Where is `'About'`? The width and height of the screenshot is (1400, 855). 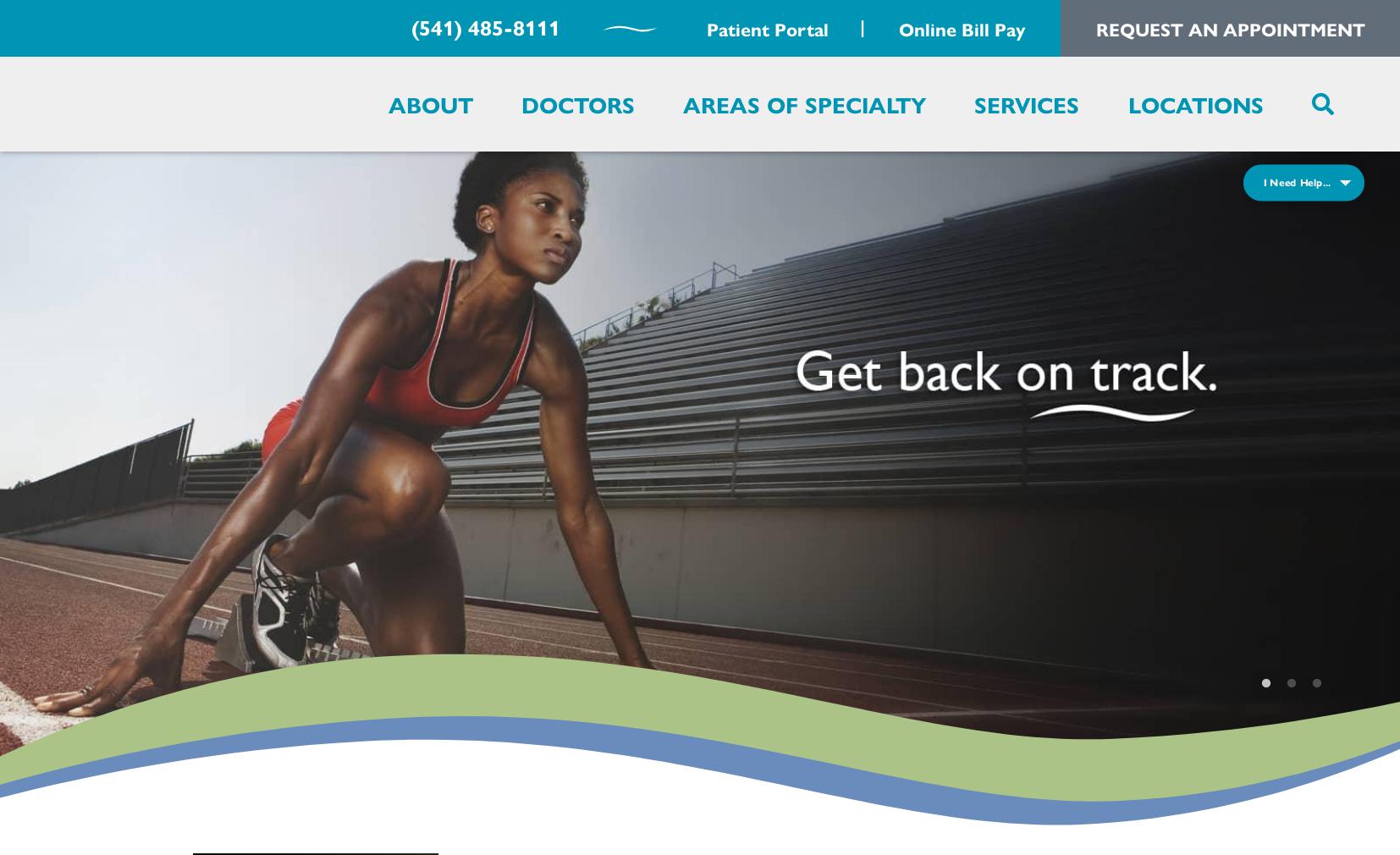
'About' is located at coordinates (429, 102).